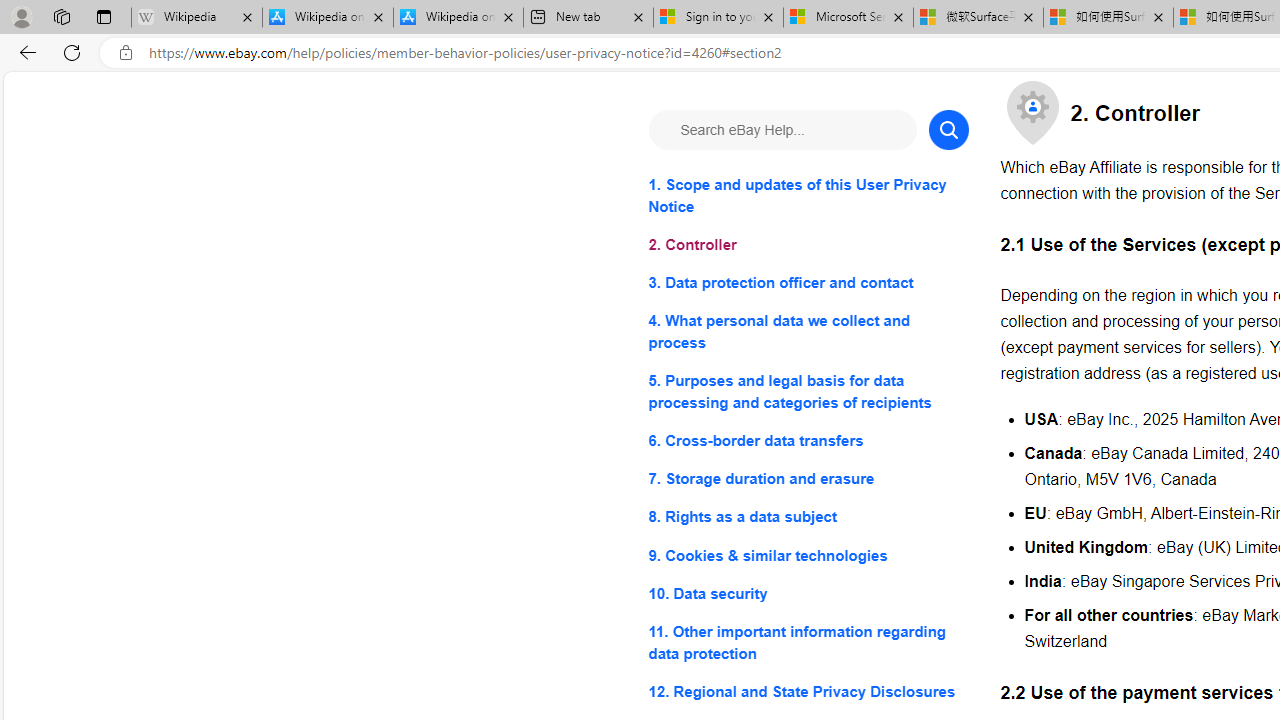  What do you see at coordinates (808, 642) in the screenshot?
I see `'11. Other important information regarding data protection'` at bounding box center [808, 642].